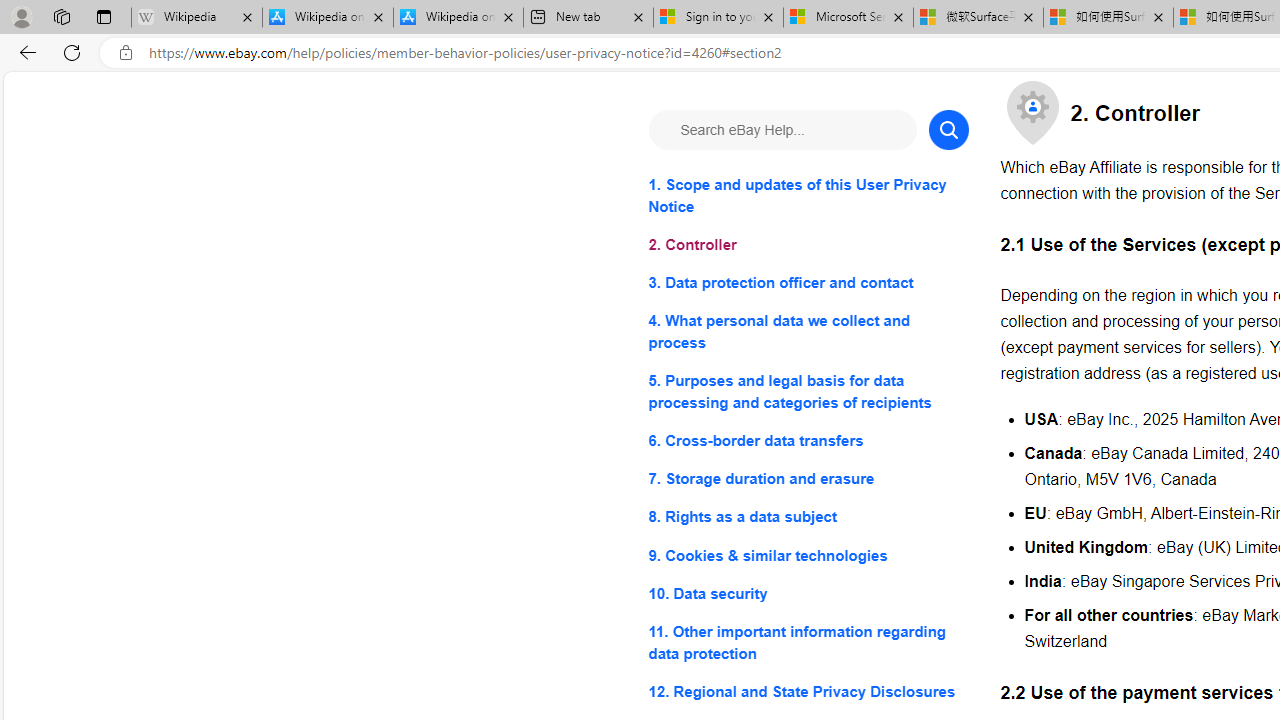  What do you see at coordinates (808, 642) in the screenshot?
I see `'11. Other important information regarding data protection'` at bounding box center [808, 642].